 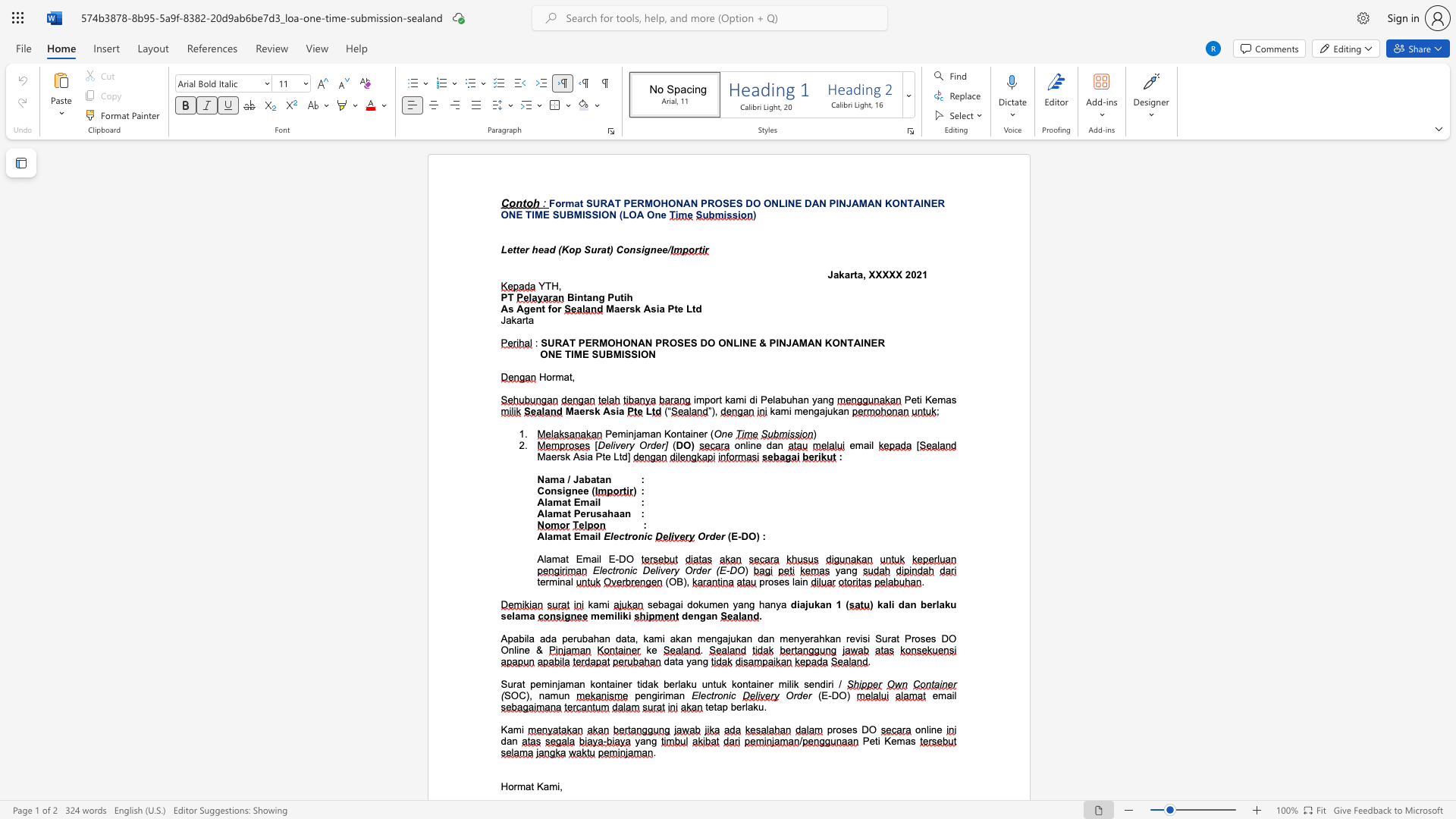 What do you see at coordinates (689, 434) in the screenshot?
I see `the subset text "iner" within the text "Peminjaman Kontainer"` at bounding box center [689, 434].